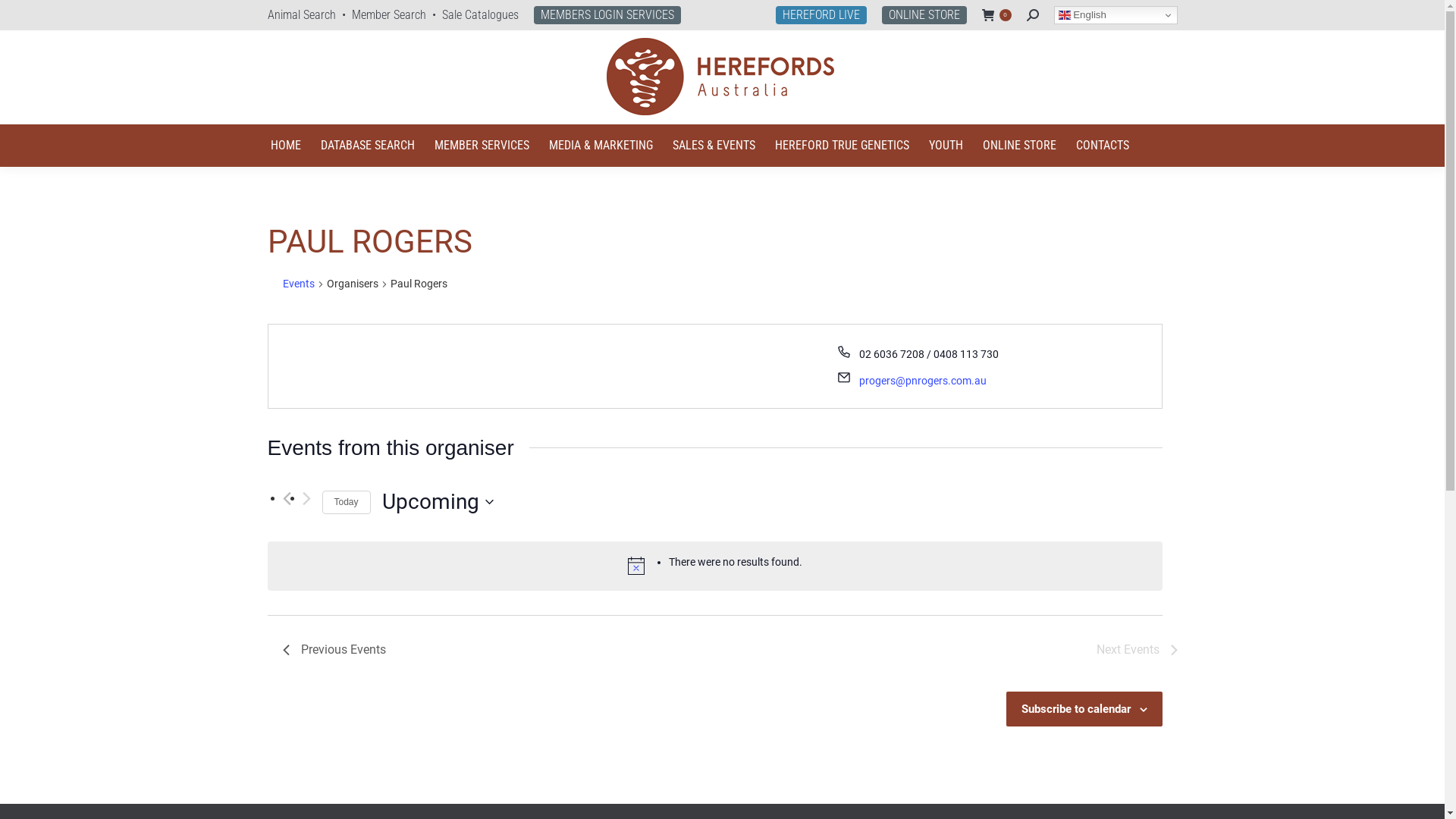 Image resolution: width=1456 pixels, height=819 pixels. I want to click on 'Previous Events', so click(282, 648).